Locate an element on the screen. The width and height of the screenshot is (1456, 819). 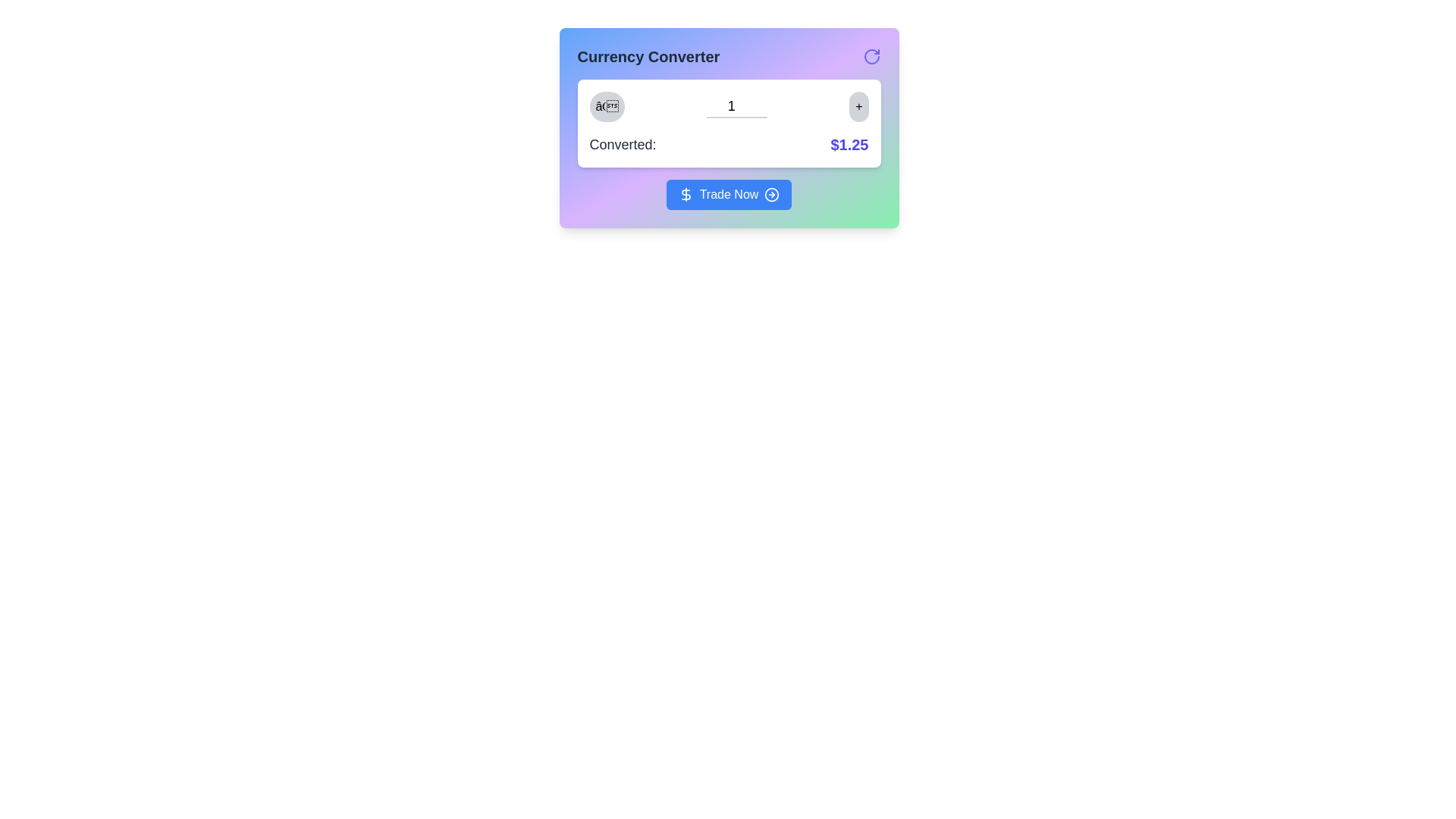
the decorative circular element inside the arrow-right icon, located to the right of the 'Trade Now' button is located at coordinates (772, 194).